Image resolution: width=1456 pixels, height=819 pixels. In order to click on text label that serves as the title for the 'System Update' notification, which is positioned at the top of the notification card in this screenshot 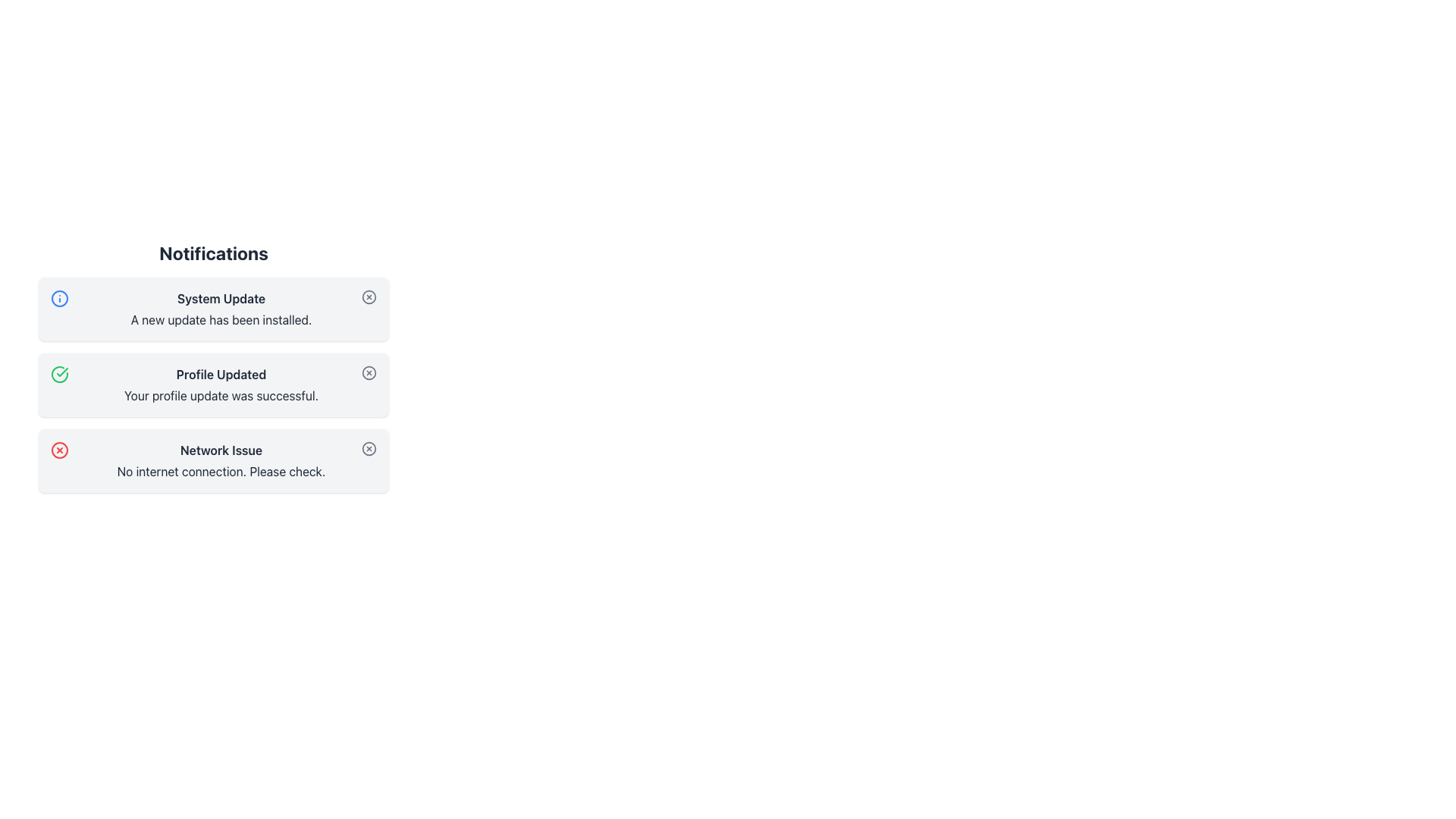, I will do `click(221, 298)`.